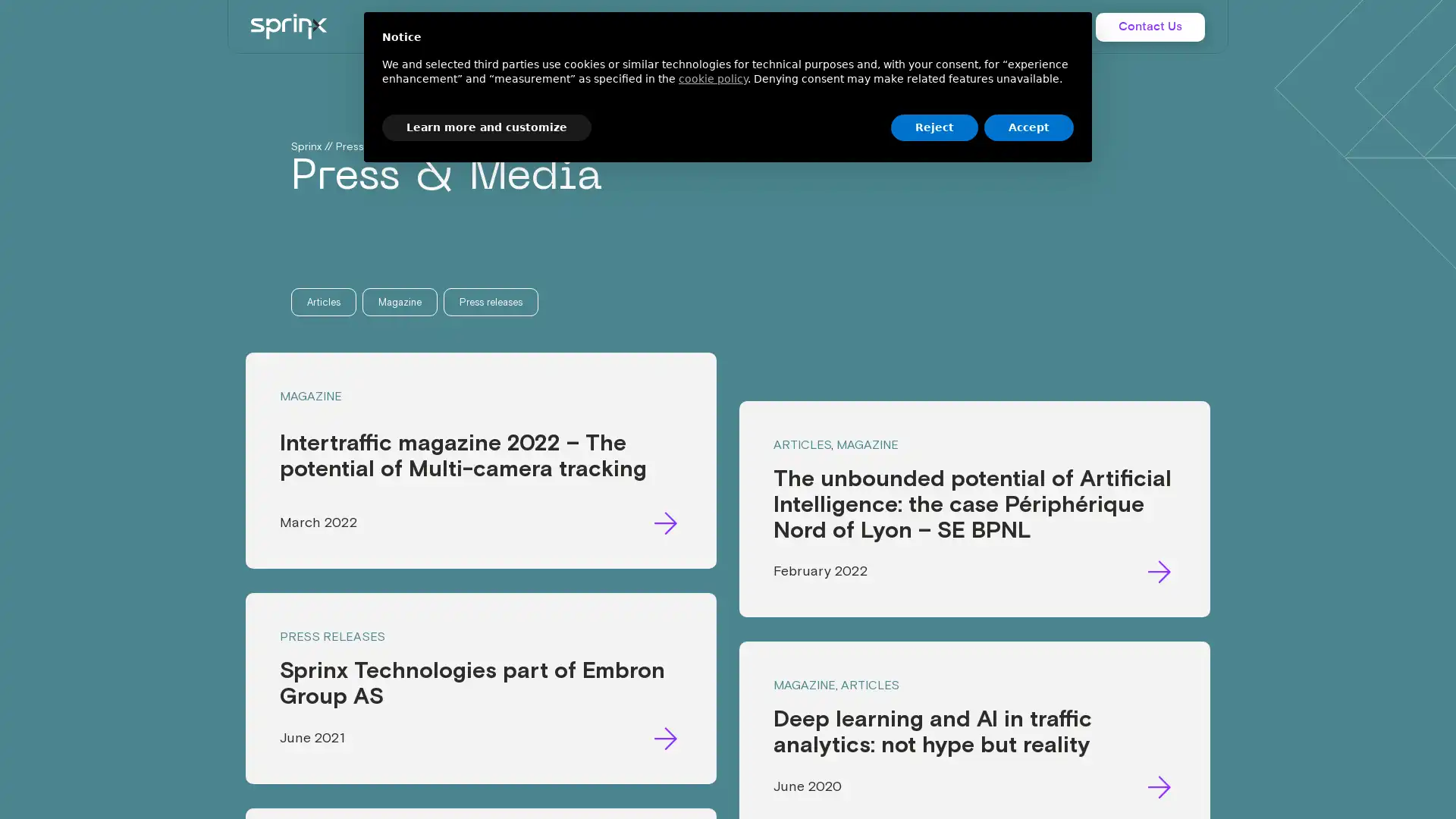  What do you see at coordinates (1029, 127) in the screenshot?
I see `Accept` at bounding box center [1029, 127].